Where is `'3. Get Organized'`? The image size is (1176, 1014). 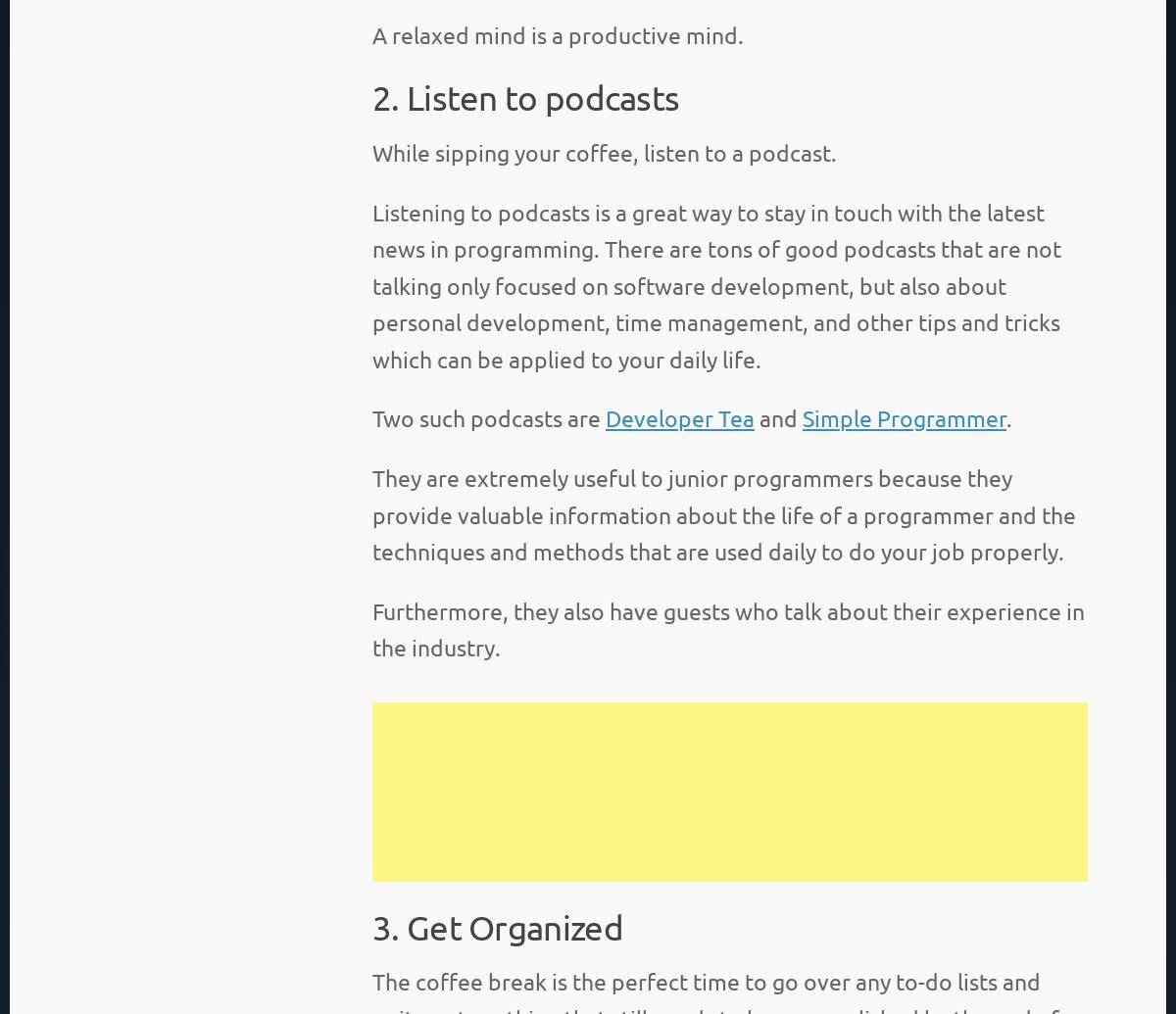
'3. Get Organized' is located at coordinates (496, 925).